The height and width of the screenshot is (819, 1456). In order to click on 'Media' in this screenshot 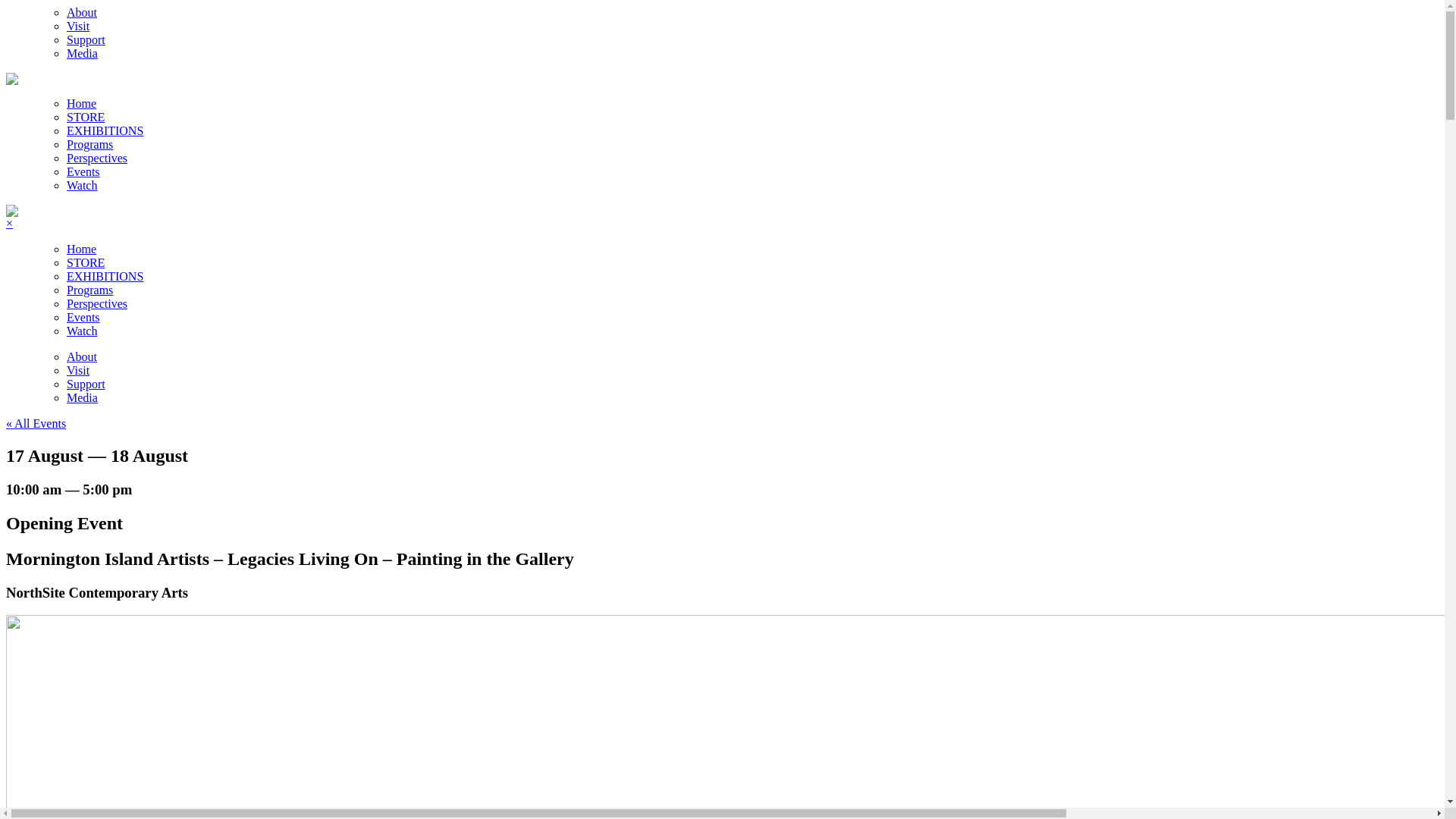, I will do `click(81, 52)`.